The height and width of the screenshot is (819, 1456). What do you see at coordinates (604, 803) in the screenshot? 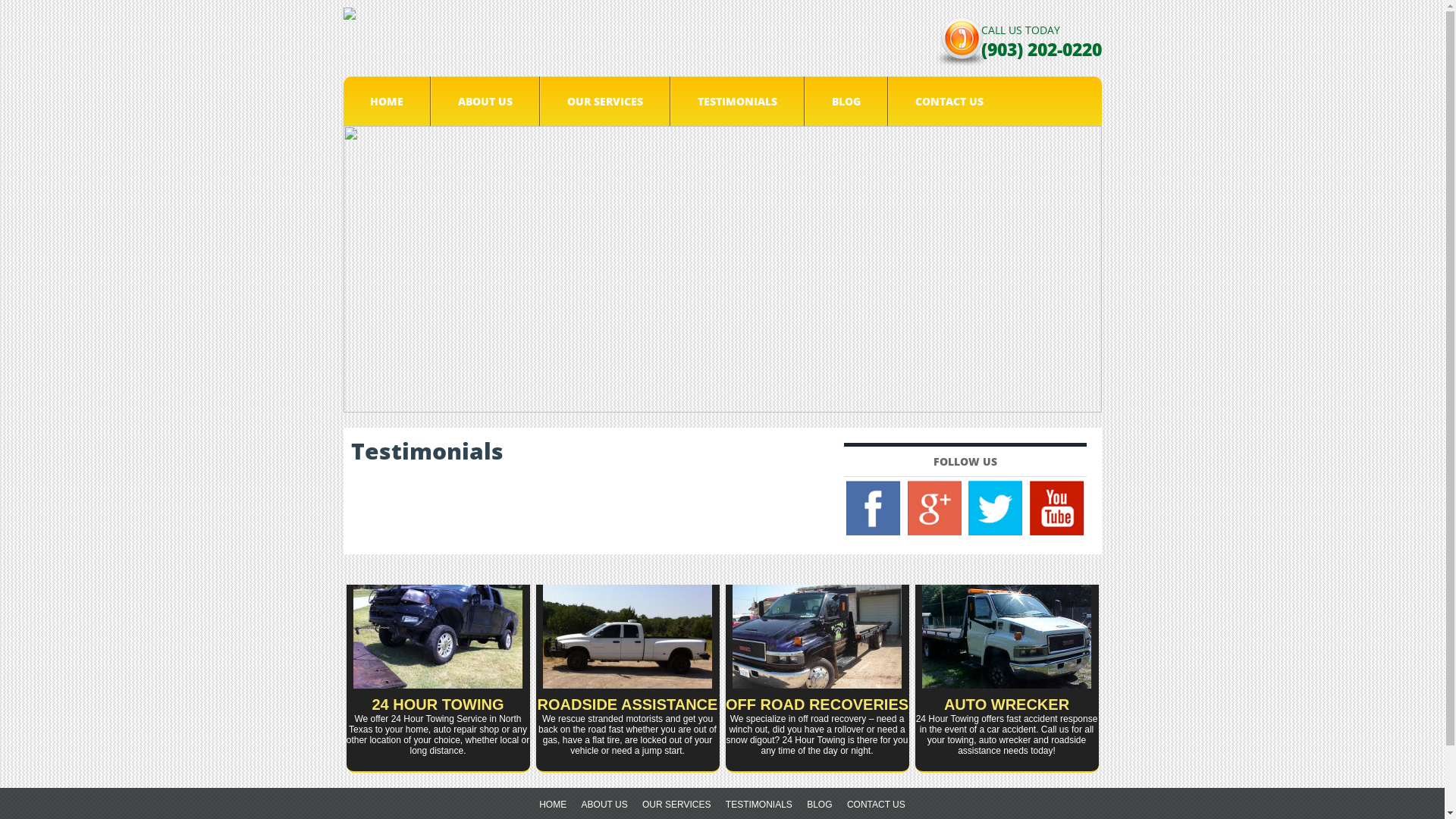
I see `'ABOUT US'` at bounding box center [604, 803].